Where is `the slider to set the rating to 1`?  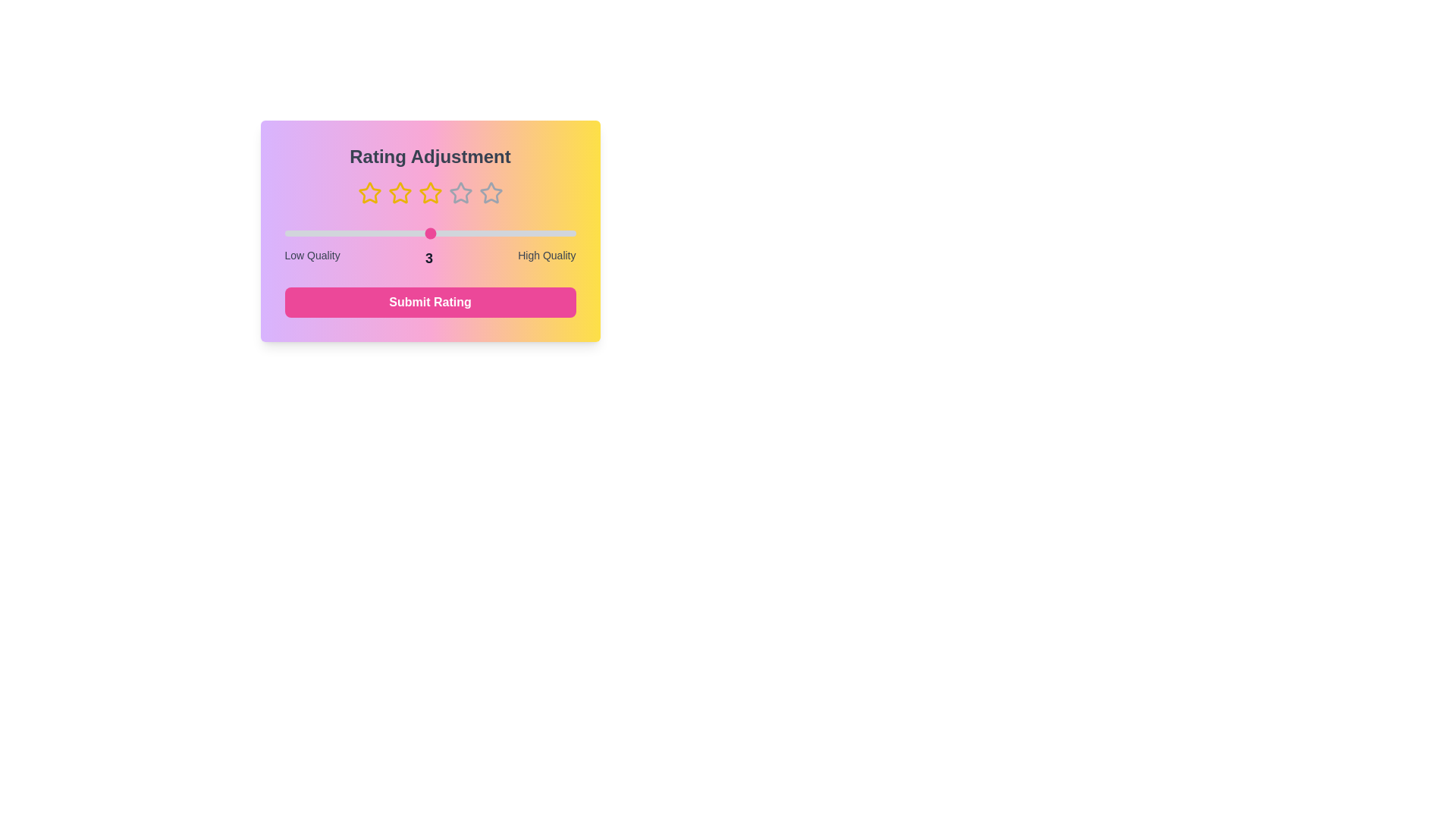 the slider to set the rating to 1 is located at coordinates (284, 234).